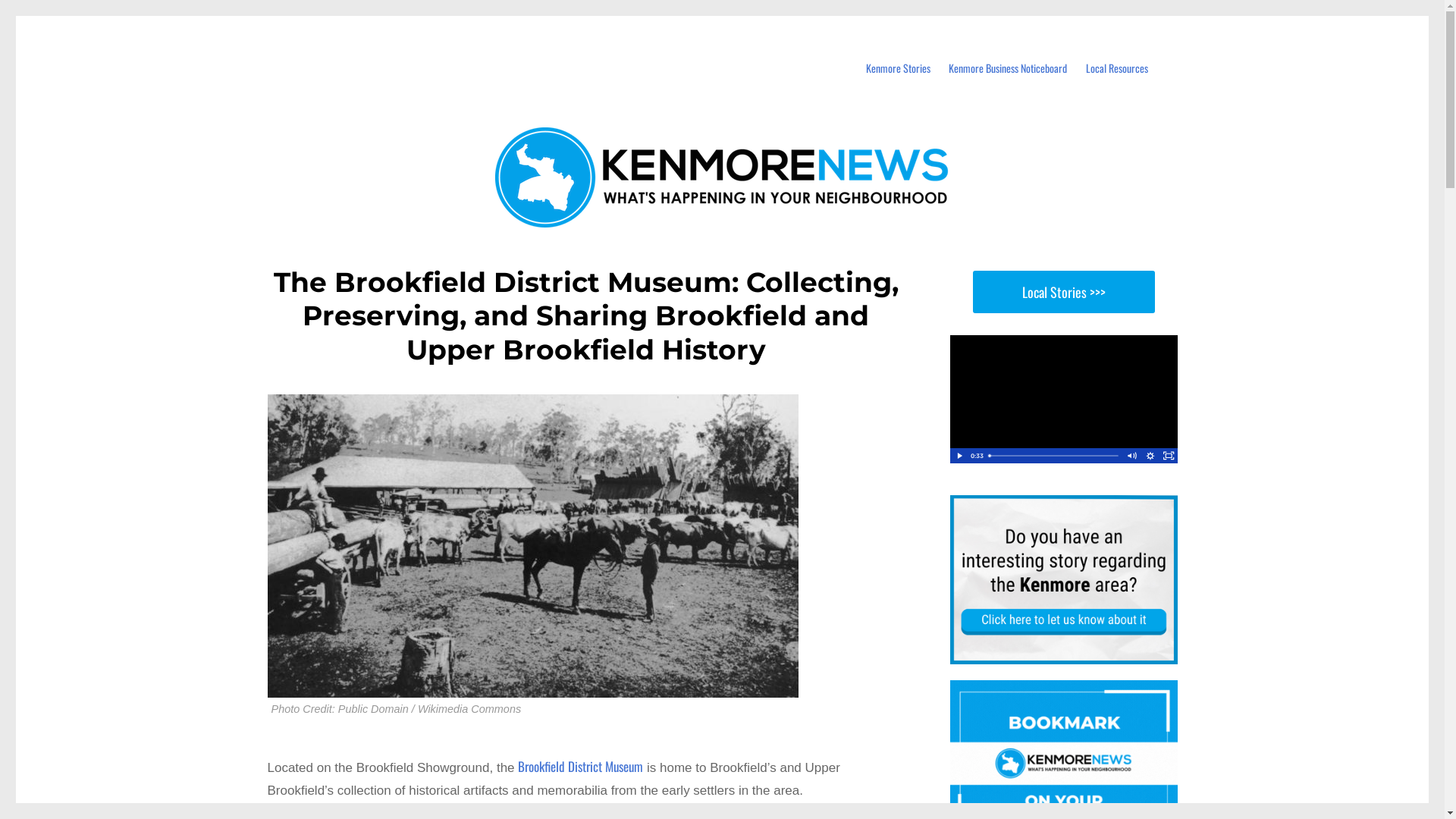  Describe the element at coordinates (1150, 455) in the screenshot. I see `'Show settings menu'` at that location.